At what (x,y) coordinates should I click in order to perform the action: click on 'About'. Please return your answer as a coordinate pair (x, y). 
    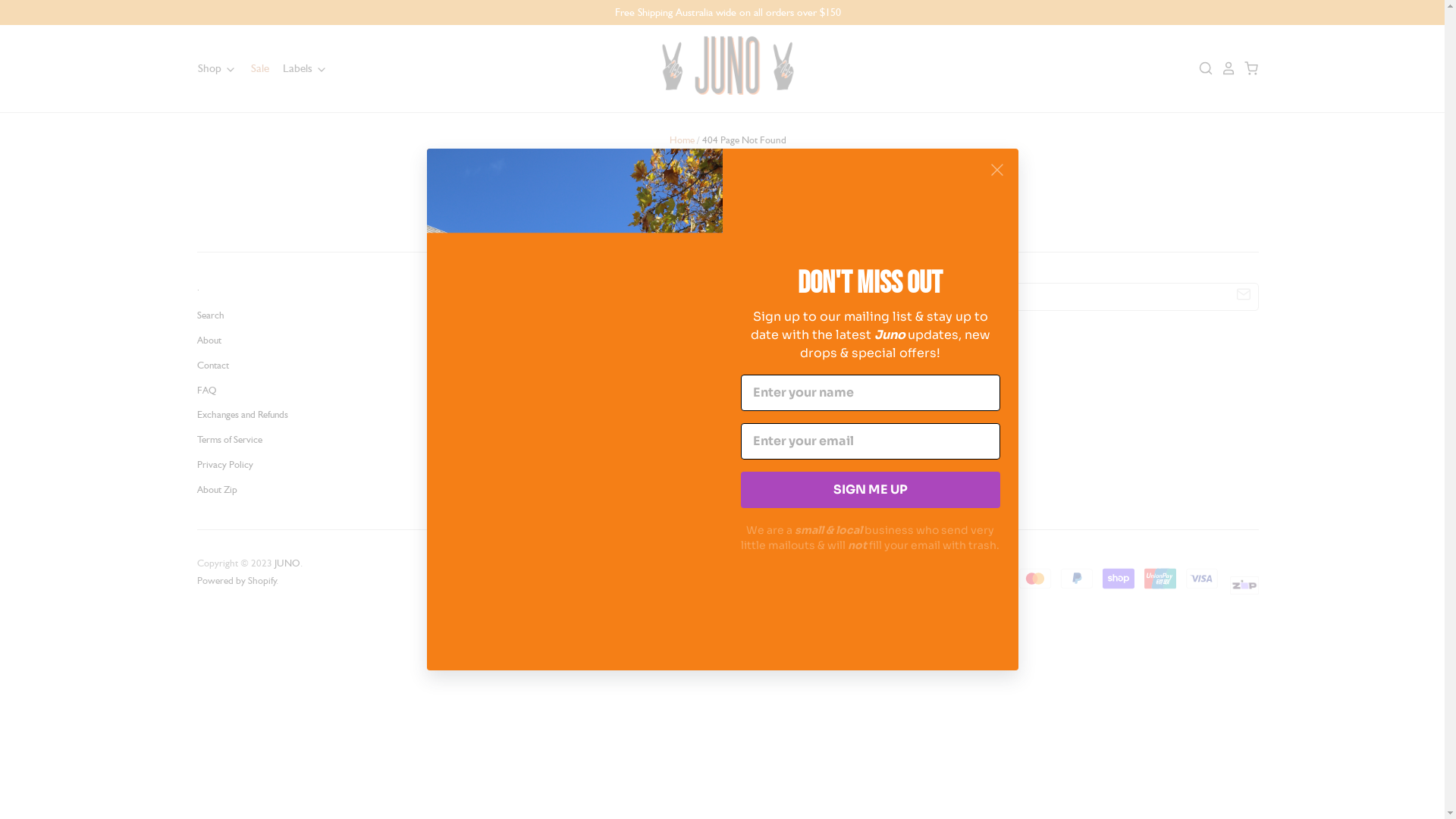
    Looking at the image, I should click on (208, 339).